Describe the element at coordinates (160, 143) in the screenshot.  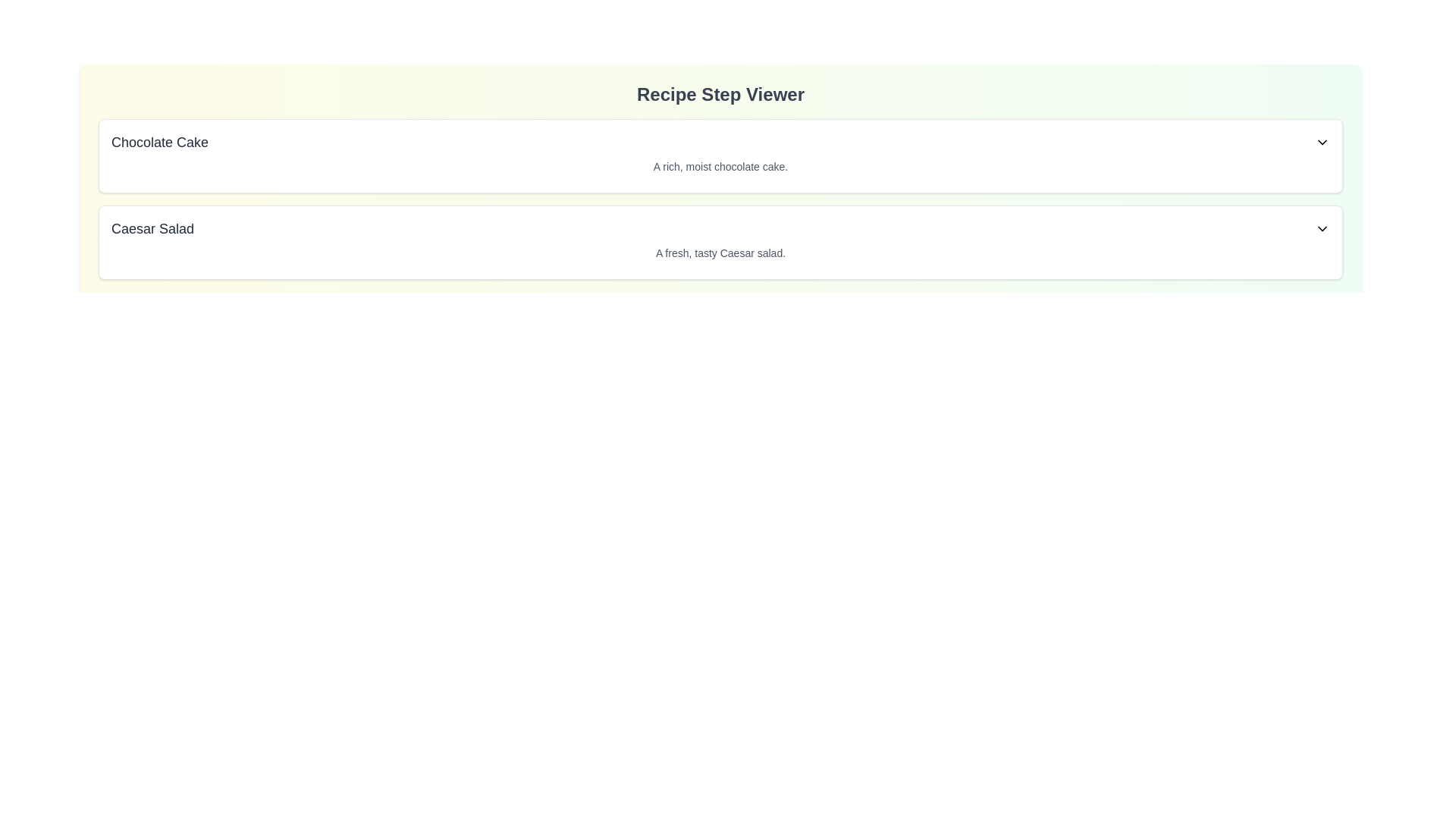
I see `the text label that represents the recipe item 'Chocolate Cake', located in the top left region of the interface, to the left of a dropdown menu indicator and above the 'Caesar Salad' text element` at that location.